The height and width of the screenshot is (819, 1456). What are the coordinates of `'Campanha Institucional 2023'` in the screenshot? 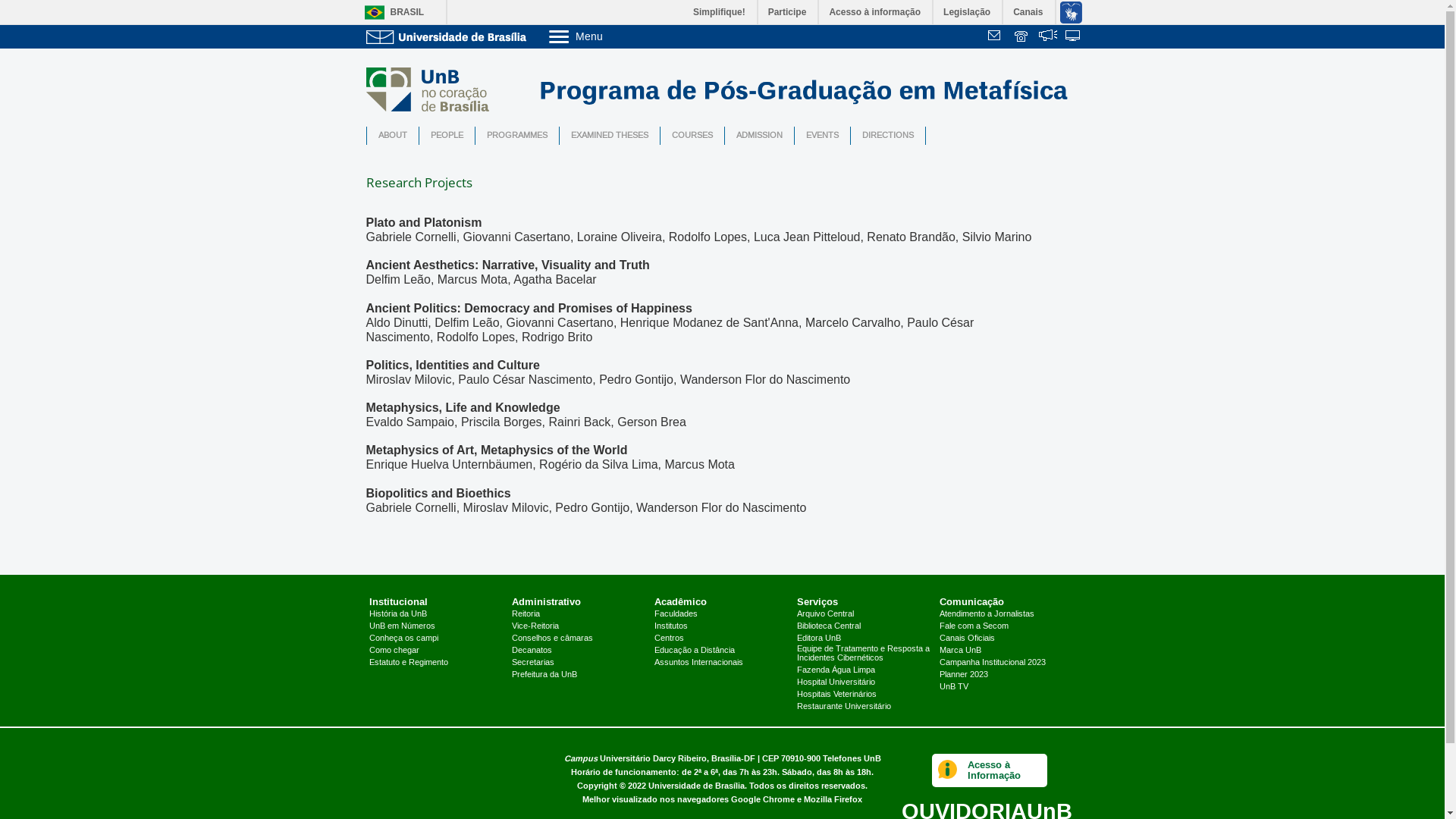 It's located at (993, 662).